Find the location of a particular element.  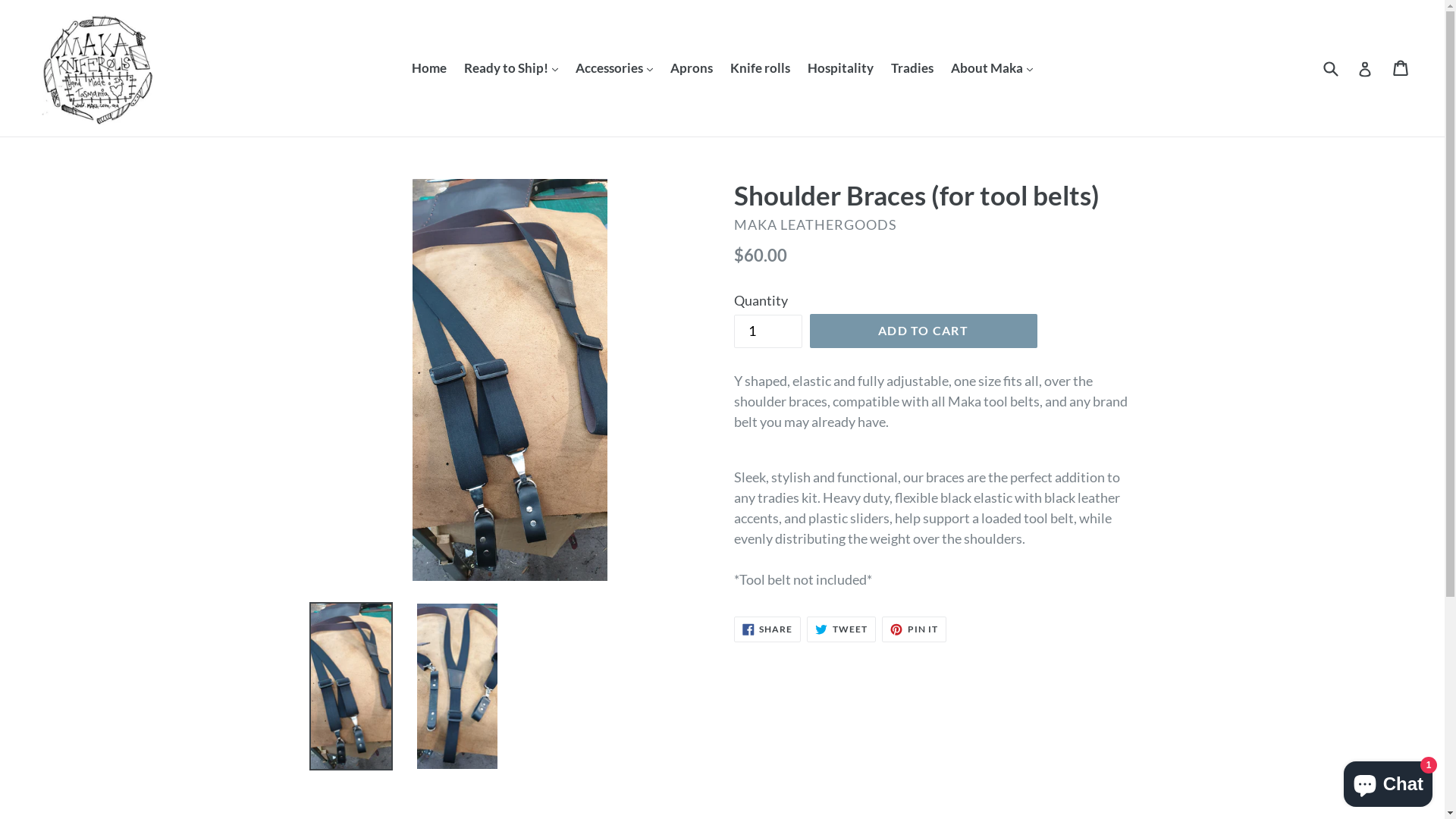

'Home' is located at coordinates (428, 67).